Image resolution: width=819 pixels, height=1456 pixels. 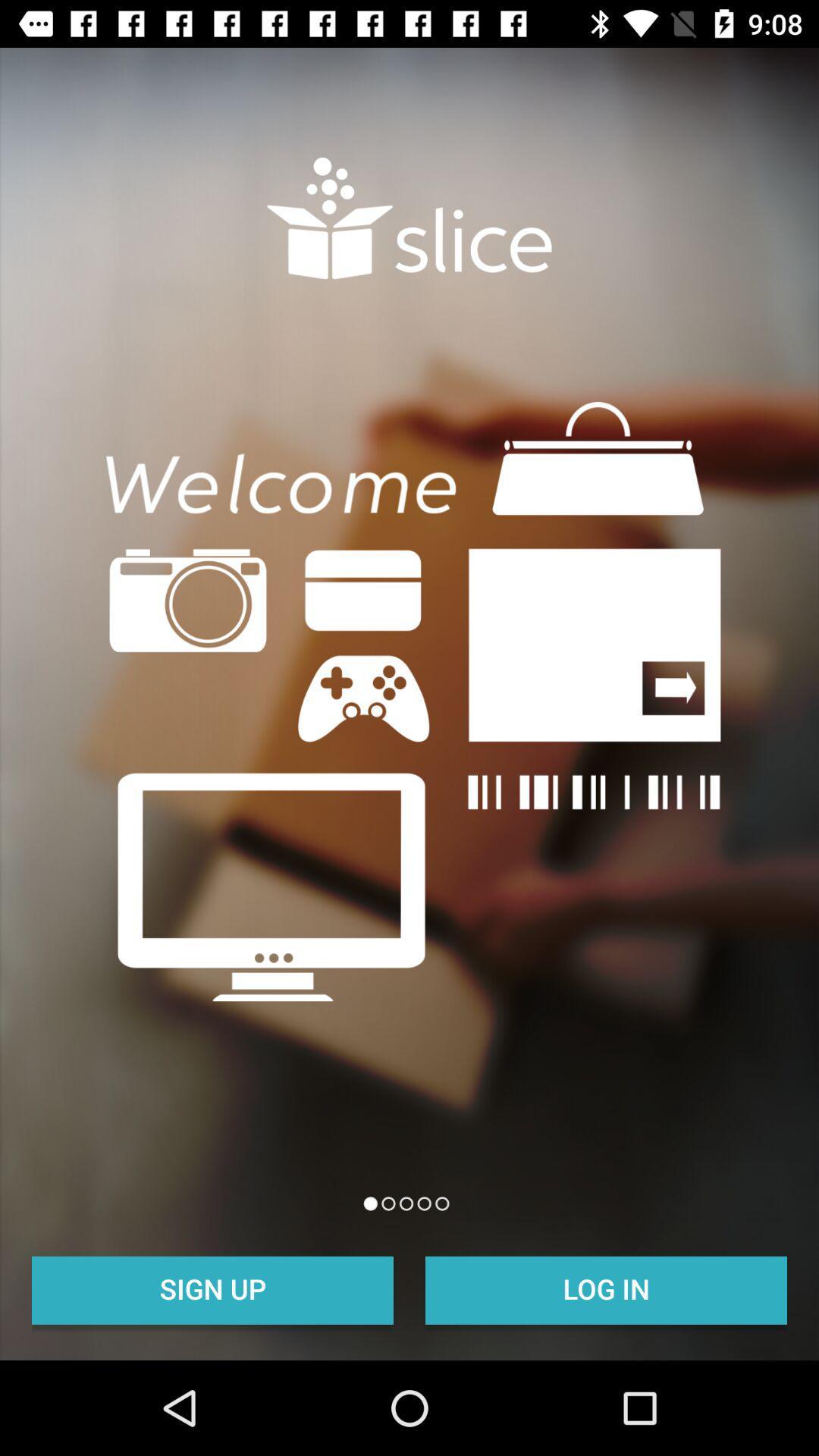 What do you see at coordinates (212, 1288) in the screenshot?
I see `icon to the left of the log in item` at bounding box center [212, 1288].